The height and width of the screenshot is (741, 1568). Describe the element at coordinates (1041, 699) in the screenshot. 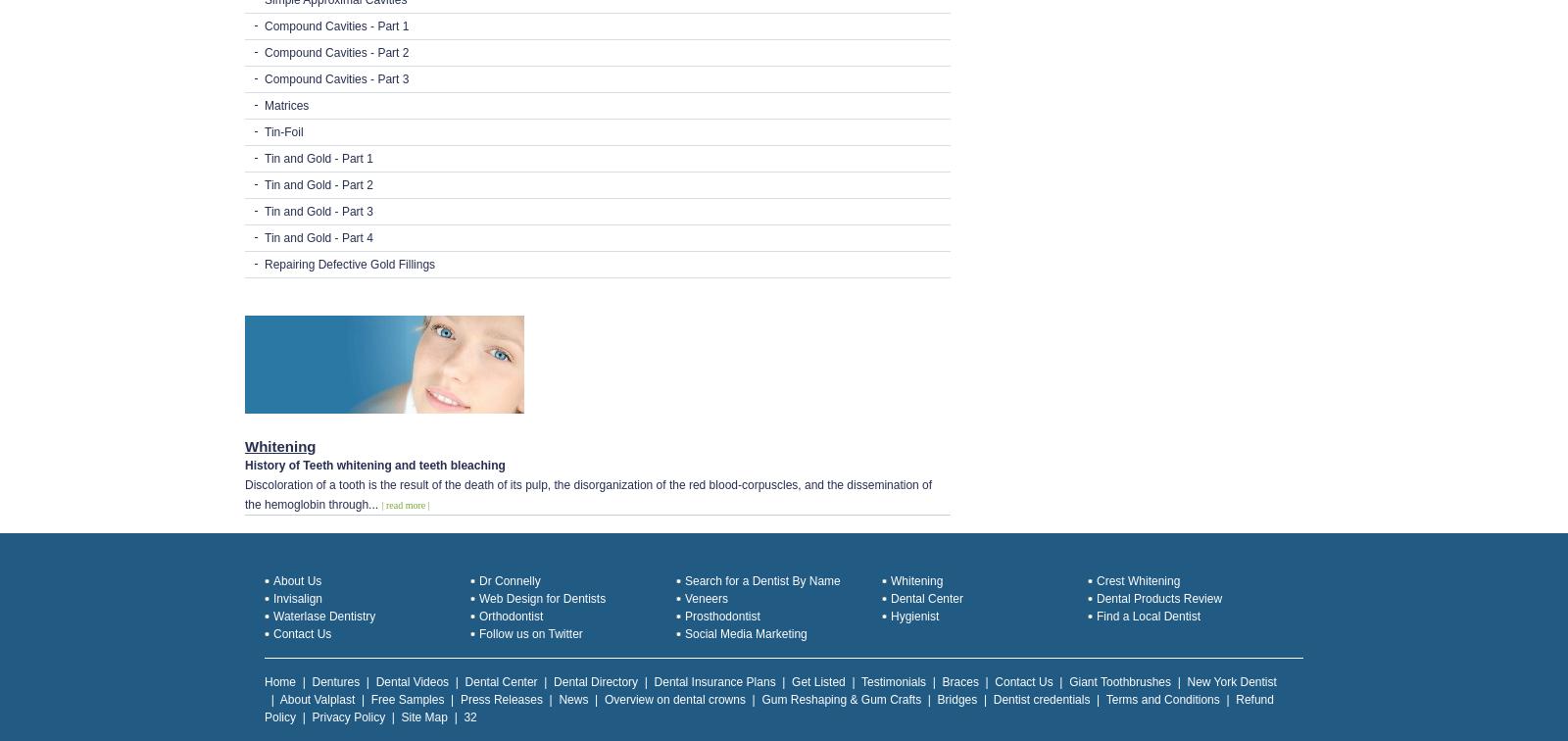

I see `'Dentist credentials'` at that location.